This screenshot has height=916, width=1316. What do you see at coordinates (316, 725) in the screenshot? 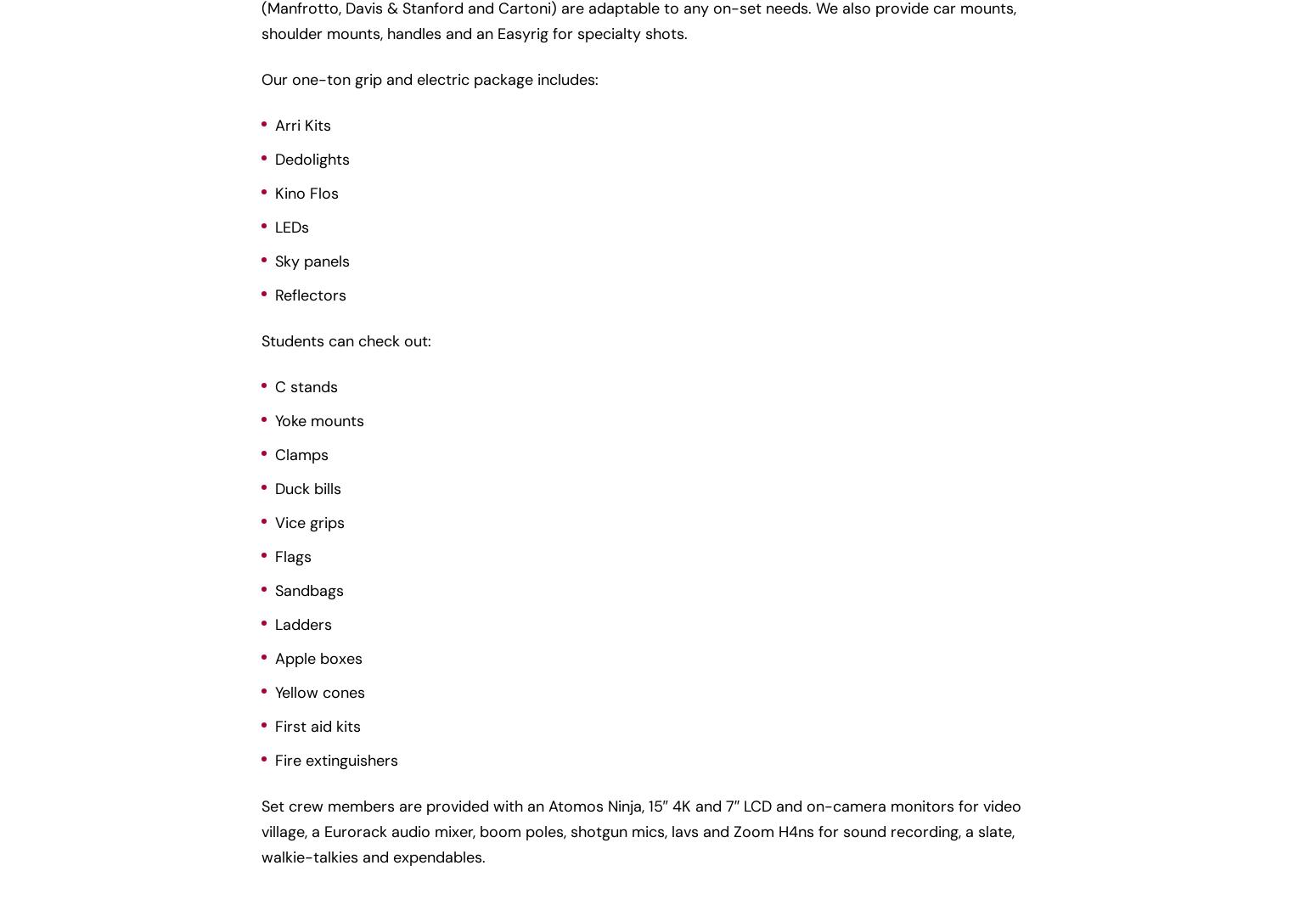
I see `'First aid kits'` at bounding box center [316, 725].